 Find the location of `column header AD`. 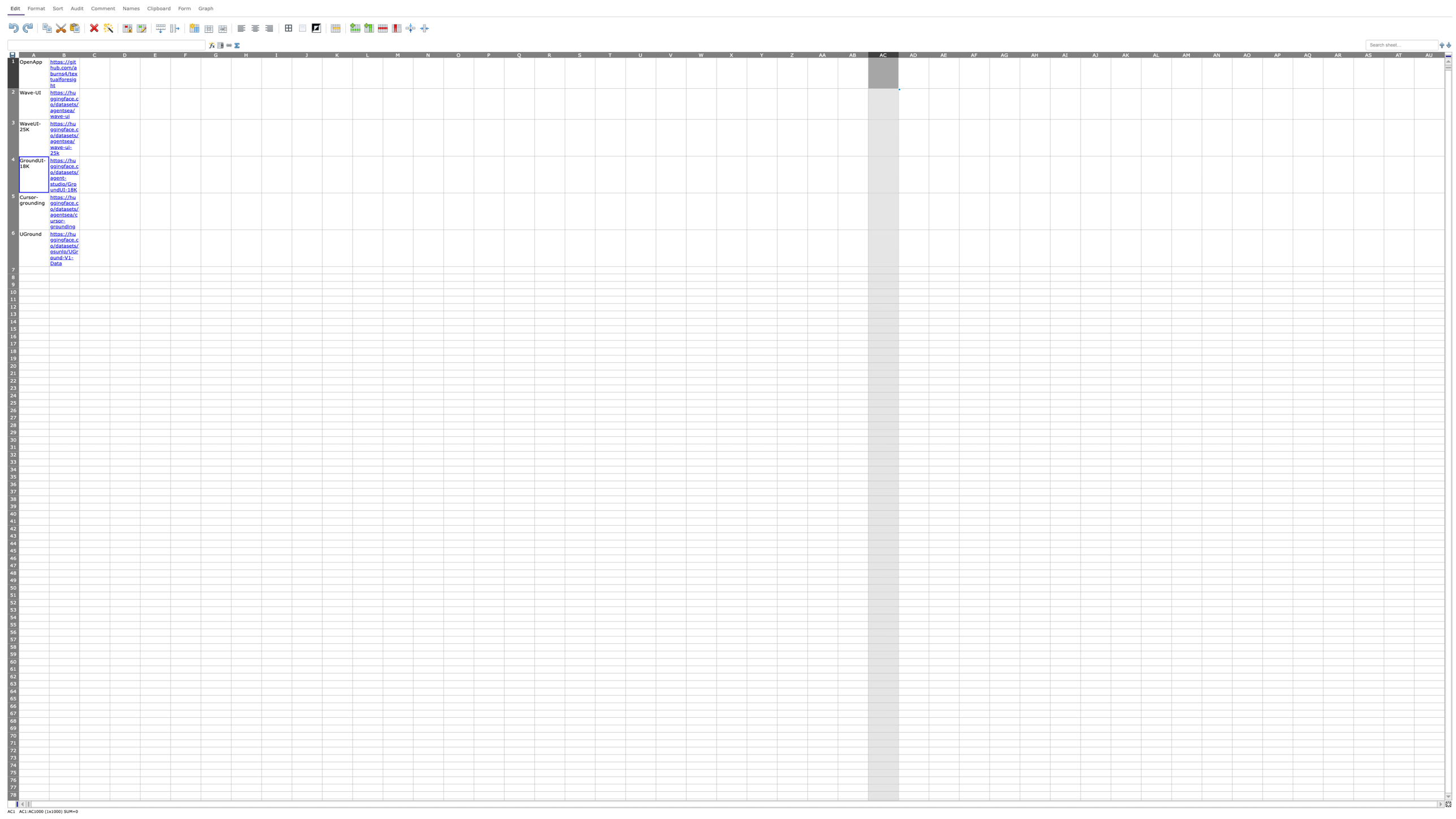

column header AD is located at coordinates (913, 54).